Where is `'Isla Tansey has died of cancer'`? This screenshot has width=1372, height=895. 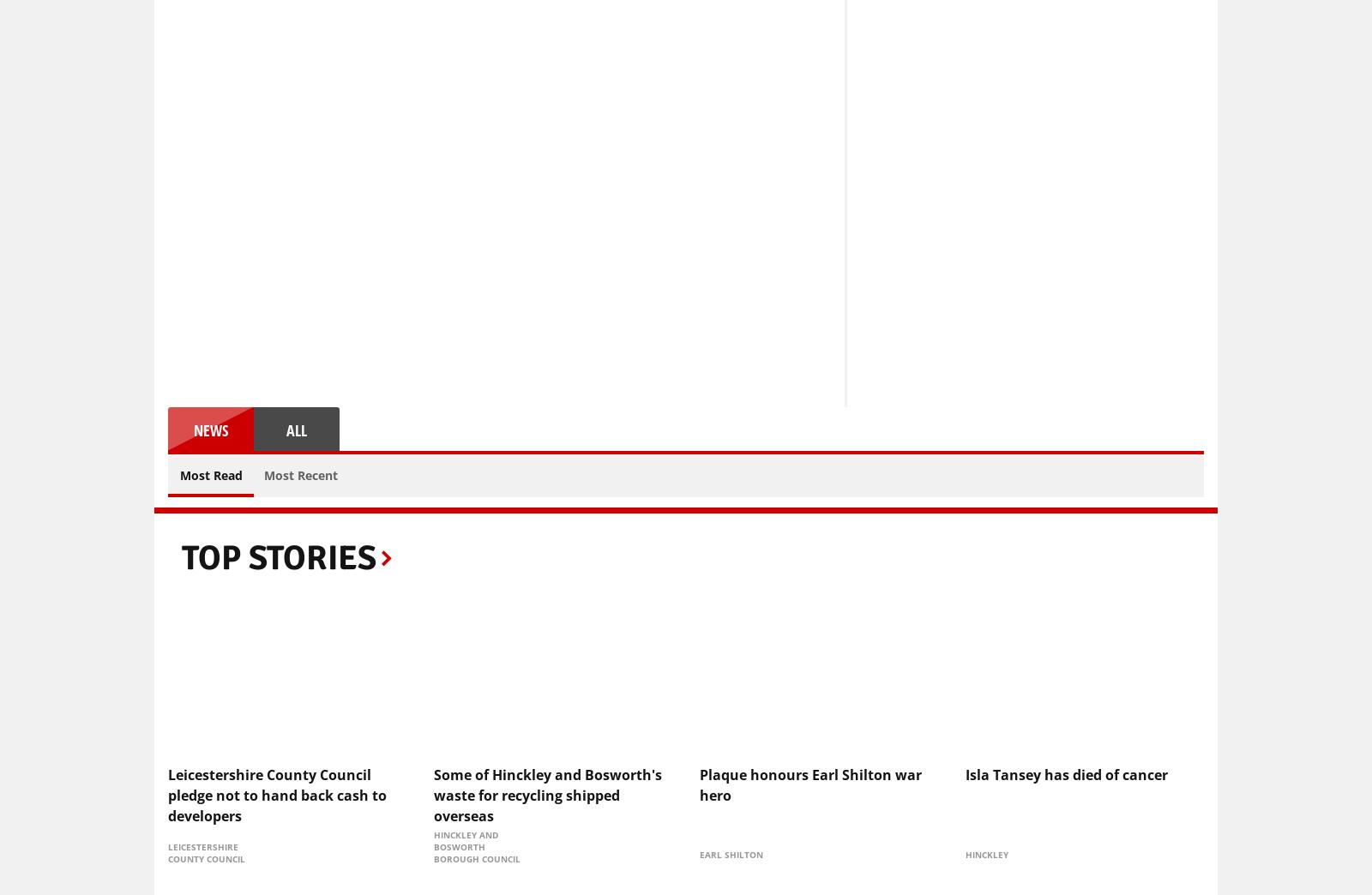
'Isla Tansey has died of cancer' is located at coordinates (965, 773).